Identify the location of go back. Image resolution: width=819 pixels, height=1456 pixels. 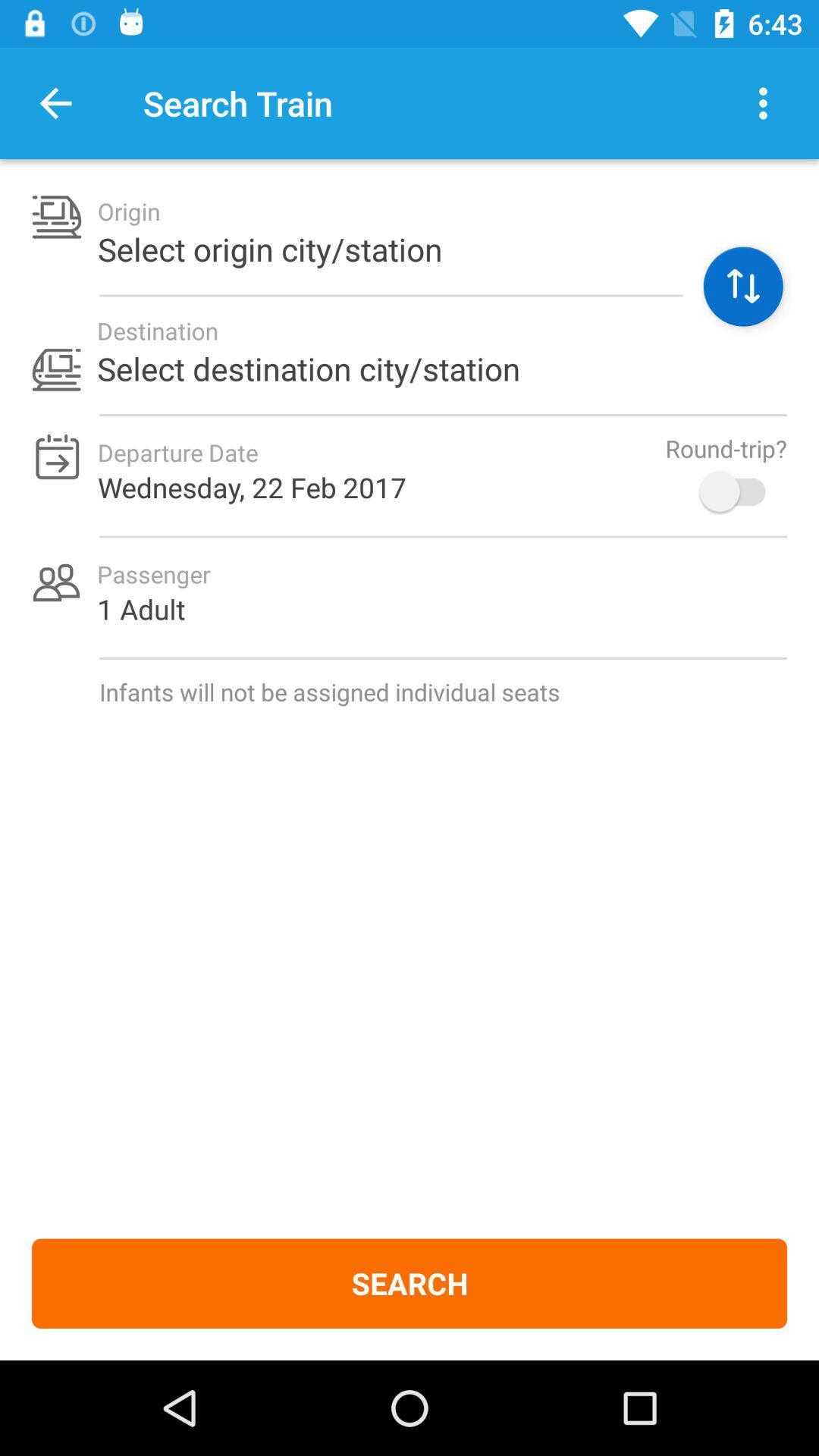
(55, 102).